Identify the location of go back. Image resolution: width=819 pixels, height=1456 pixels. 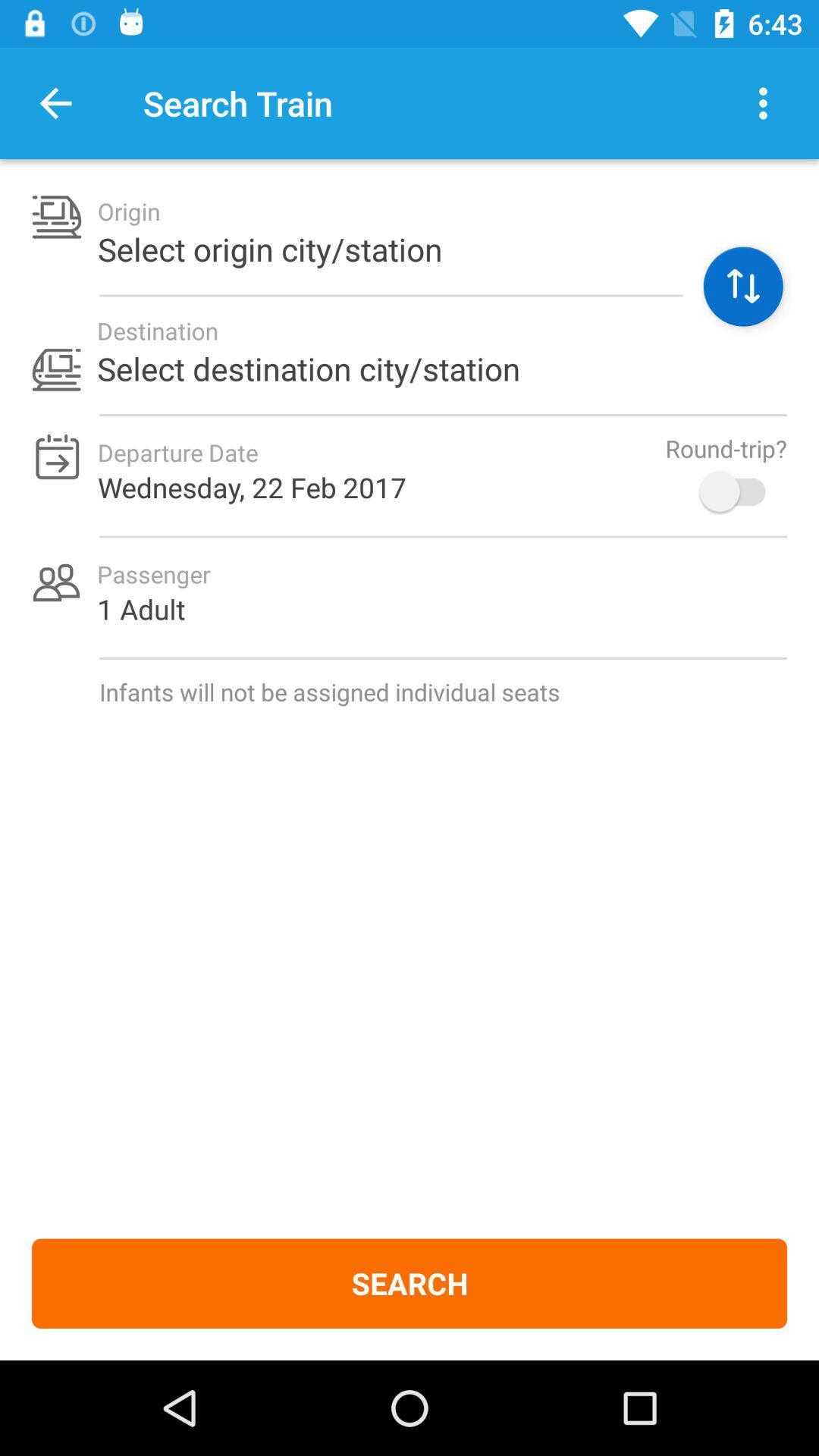
(55, 102).